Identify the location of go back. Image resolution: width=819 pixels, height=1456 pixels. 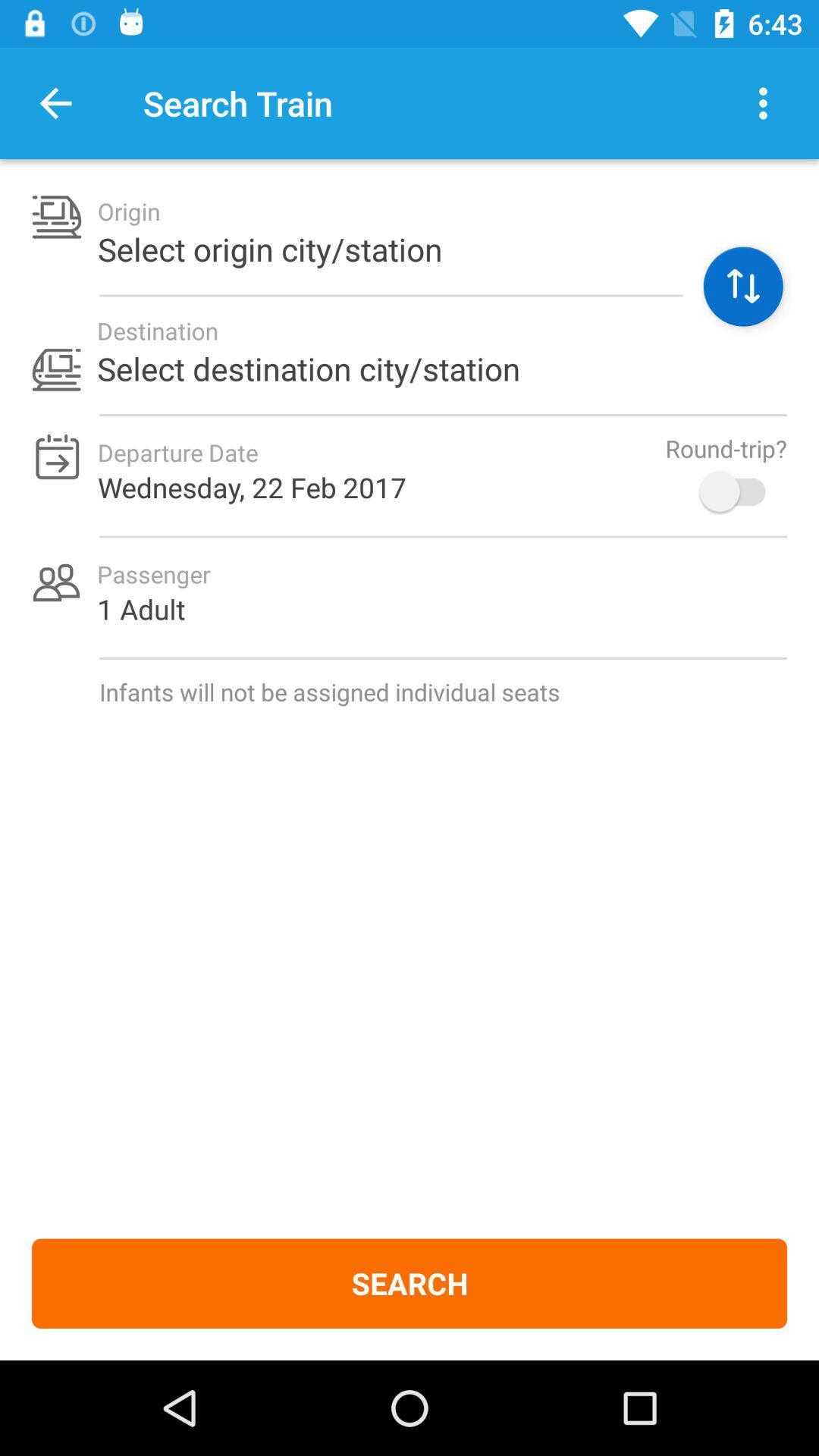
(55, 102).